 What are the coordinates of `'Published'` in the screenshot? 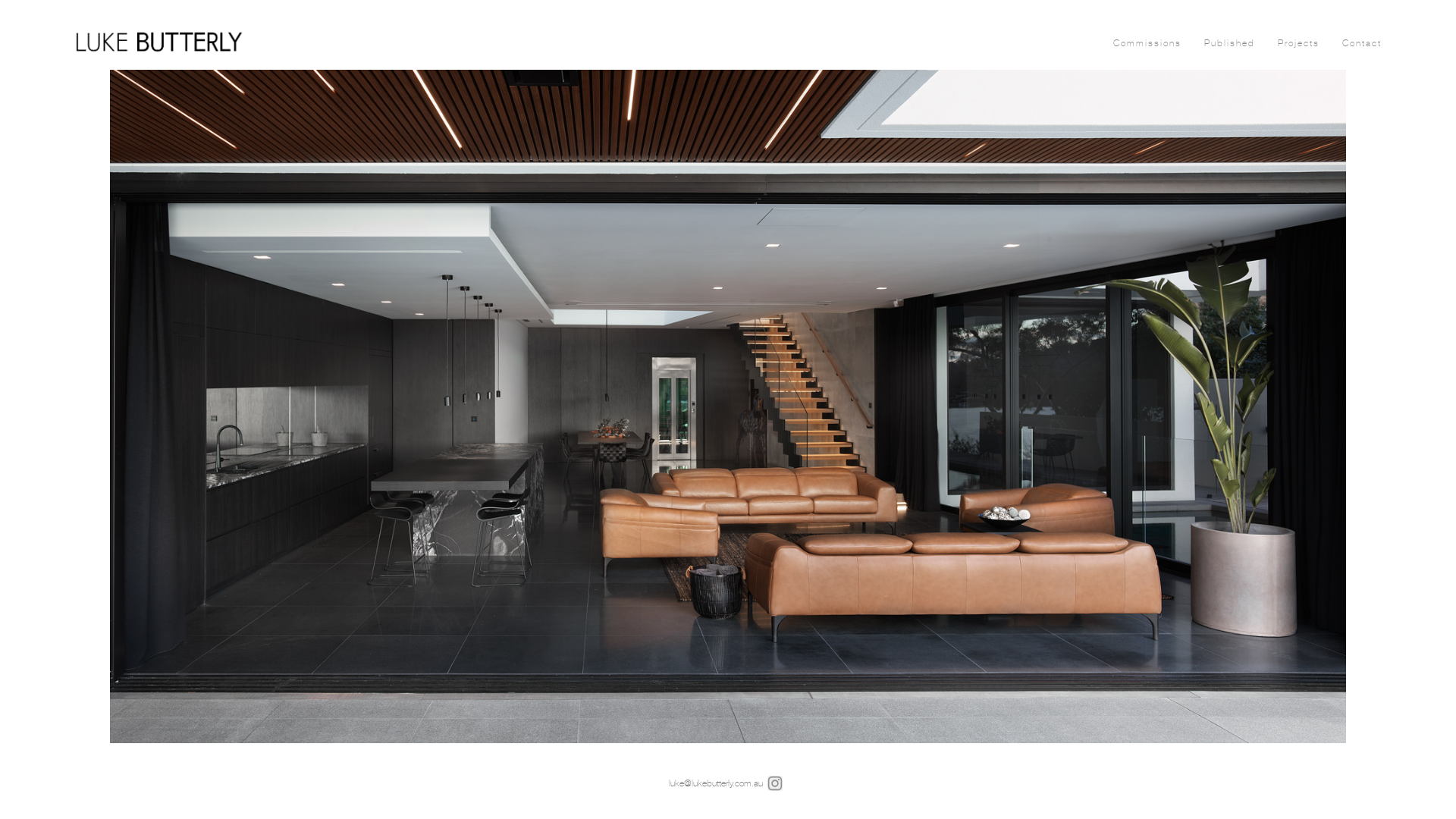 It's located at (1229, 42).